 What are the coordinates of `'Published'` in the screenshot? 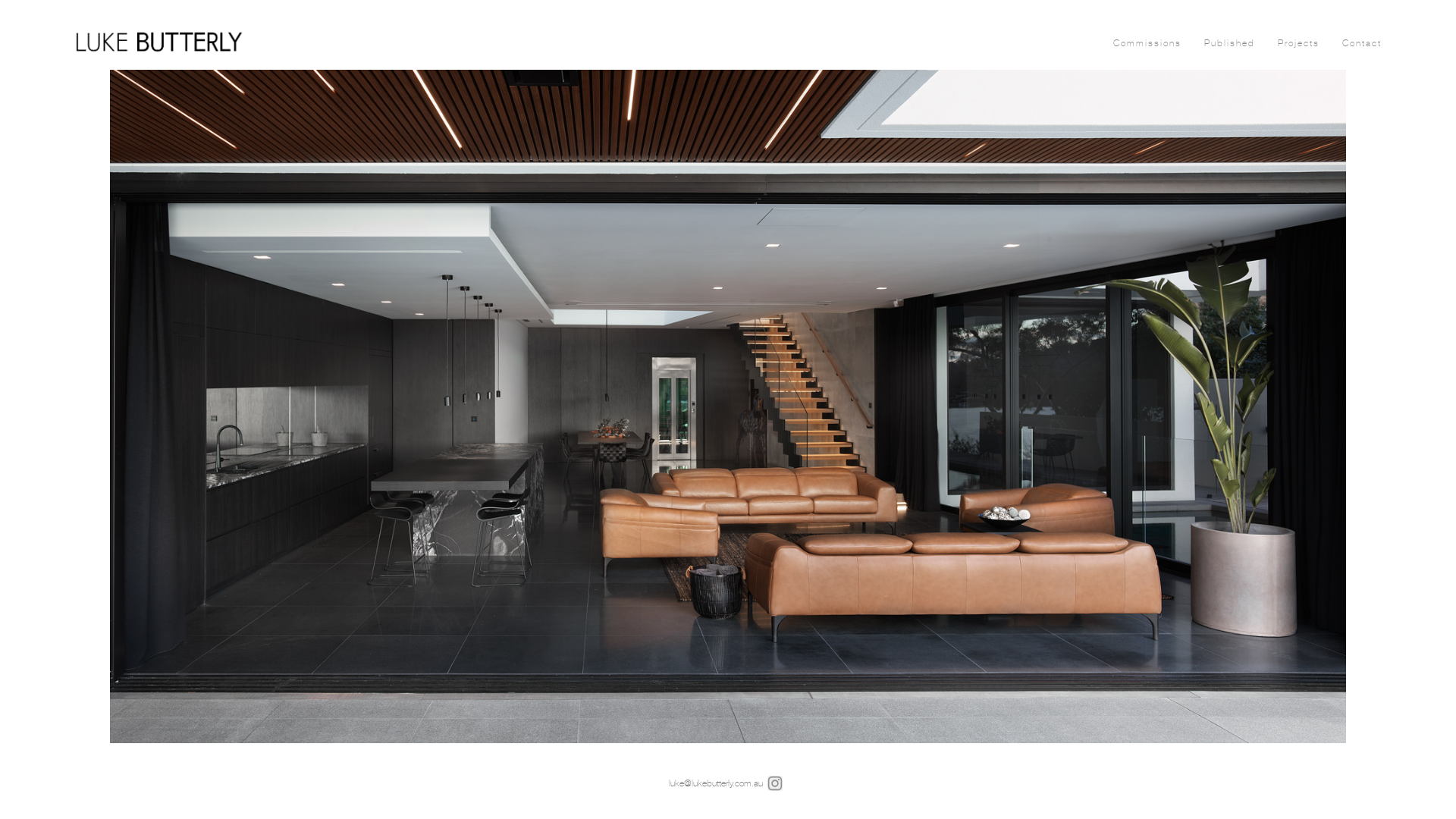 It's located at (1229, 42).